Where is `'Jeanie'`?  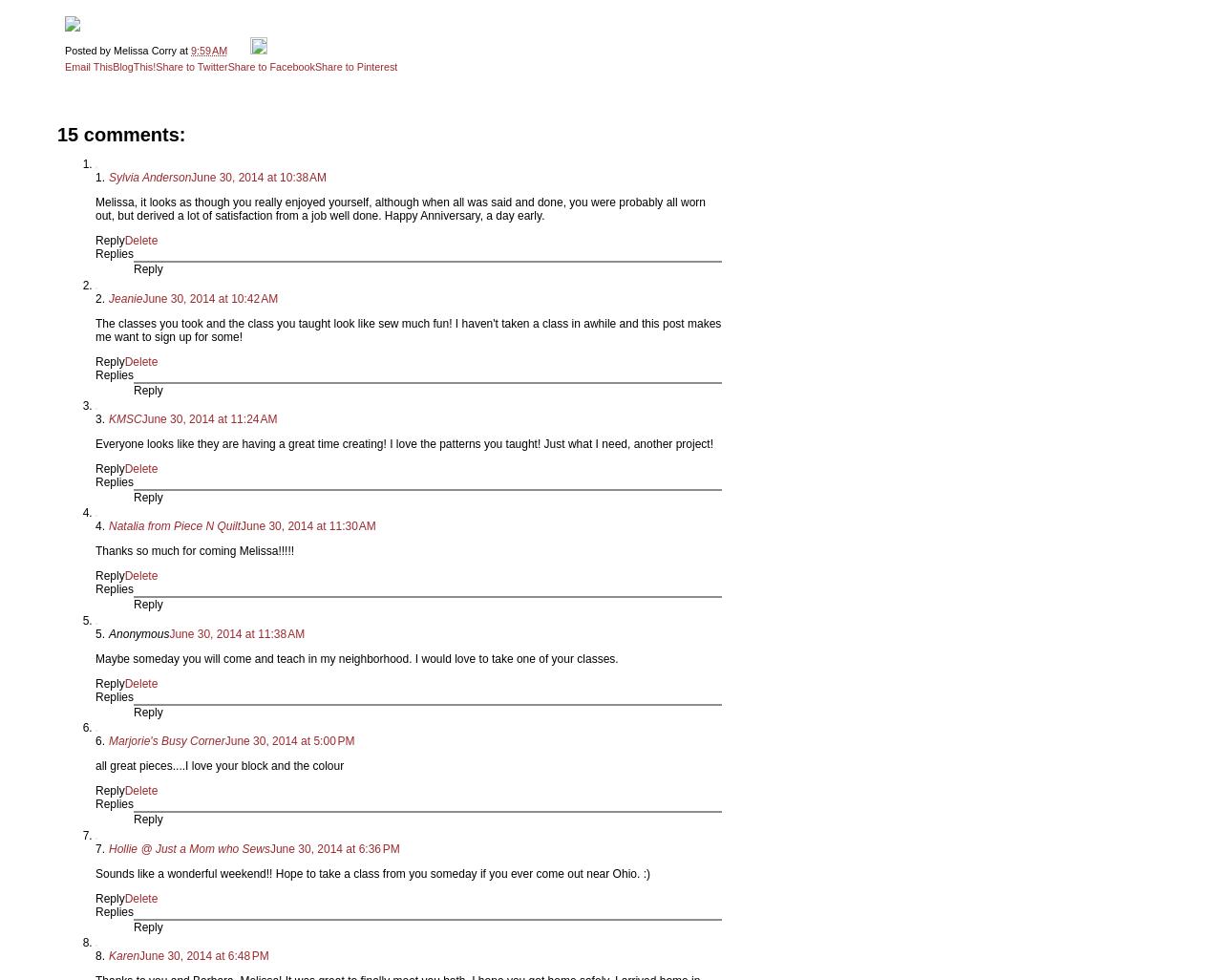
'Jeanie' is located at coordinates (125, 298).